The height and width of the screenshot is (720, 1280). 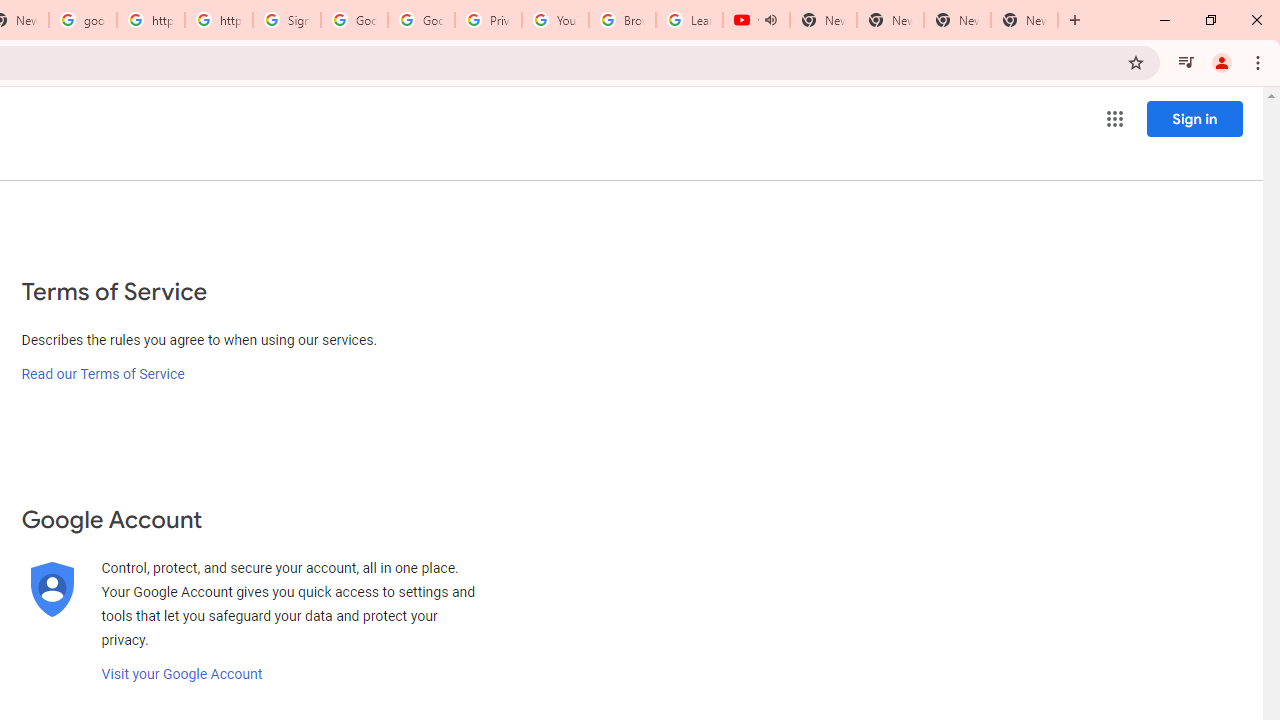 What do you see at coordinates (1024, 20) in the screenshot?
I see `'New Tab'` at bounding box center [1024, 20].